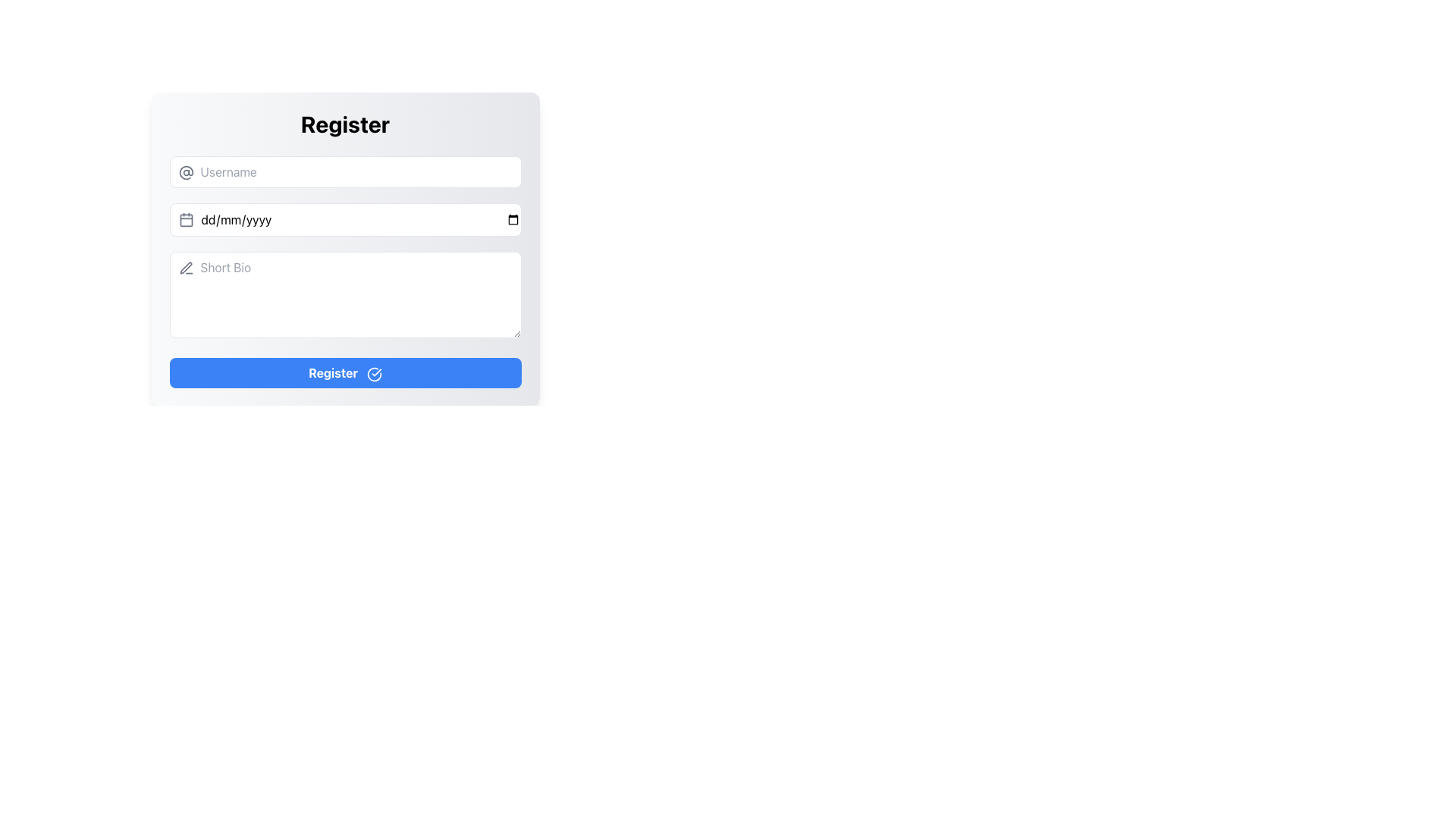 This screenshot has width=1456, height=819. What do you see at coordinates (185, 171) in the screenshot?
I see `the Decorative icon resembling an '@' sign, which is located in the top-left corner of the 'Username' input field` at bounding box center [185, 171].